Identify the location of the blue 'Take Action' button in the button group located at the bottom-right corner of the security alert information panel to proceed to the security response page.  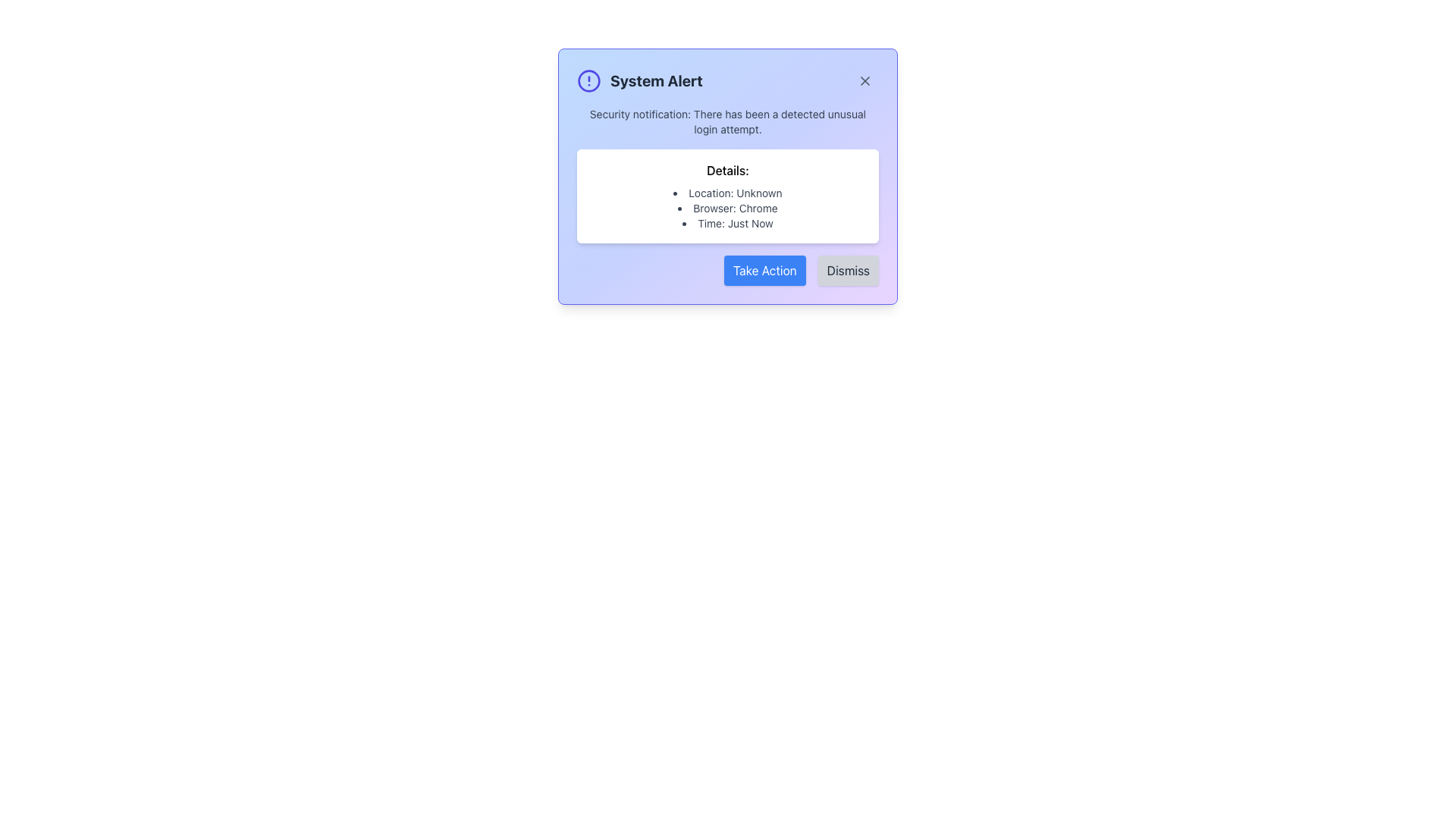
(728, 270).